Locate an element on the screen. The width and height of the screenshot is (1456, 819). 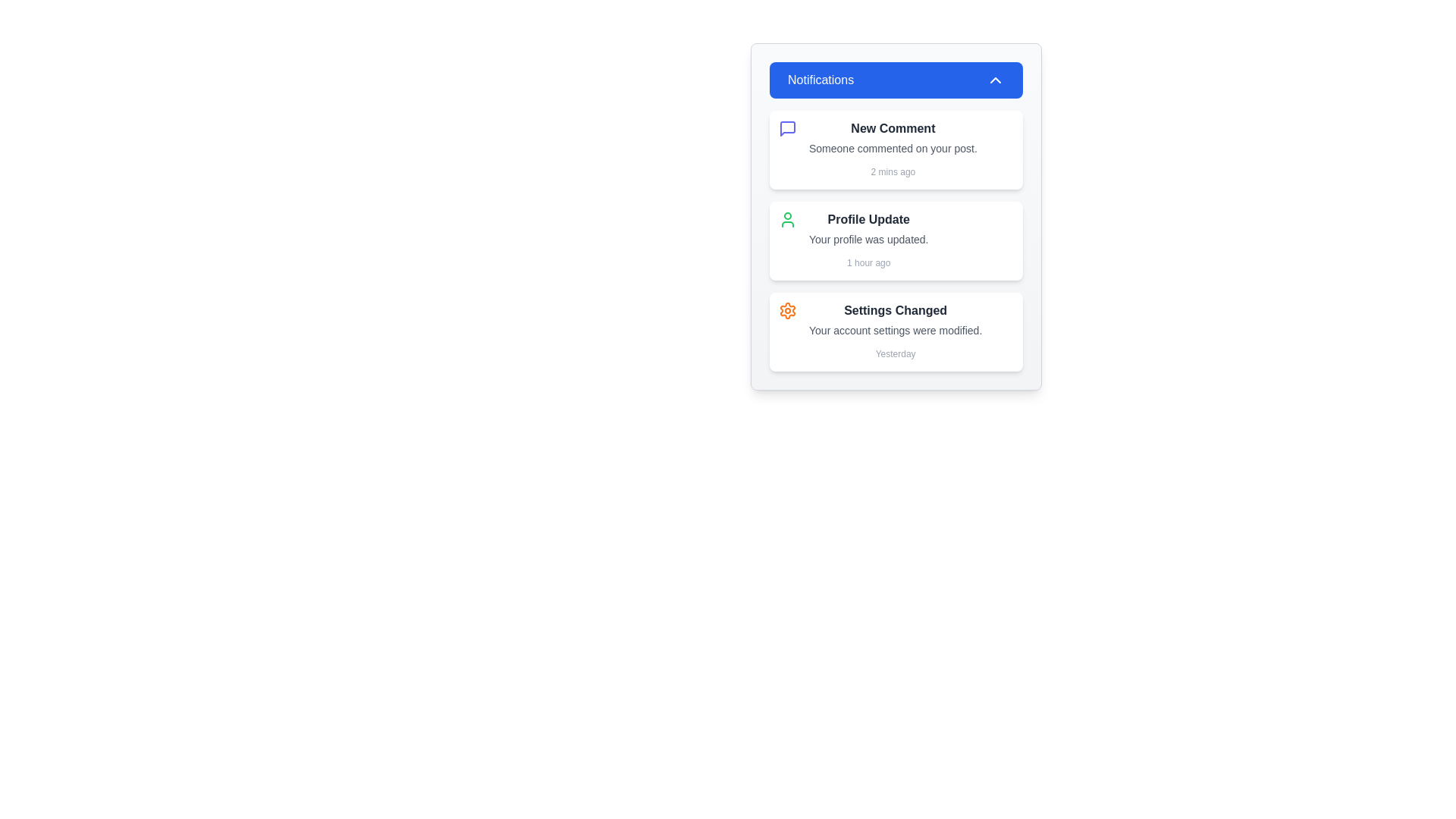
the text label element displaying '2 mins ago', which is styled in gray and positioned below the notification description 'Someone commented on your post.' is located at coordinates (893, 171).